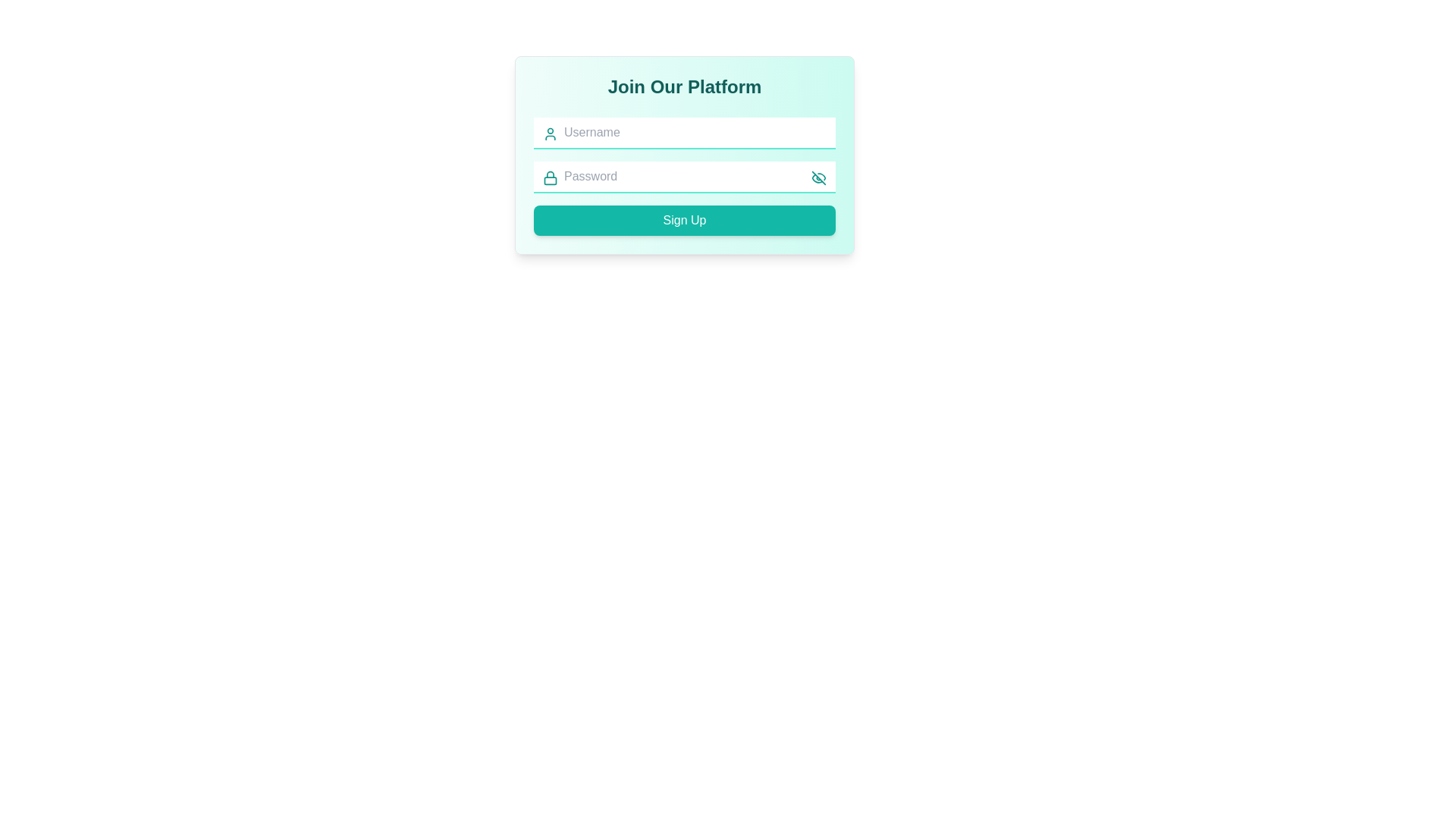  I want to click on the button located in the top-right corner of the password input field, so click(818, 177).